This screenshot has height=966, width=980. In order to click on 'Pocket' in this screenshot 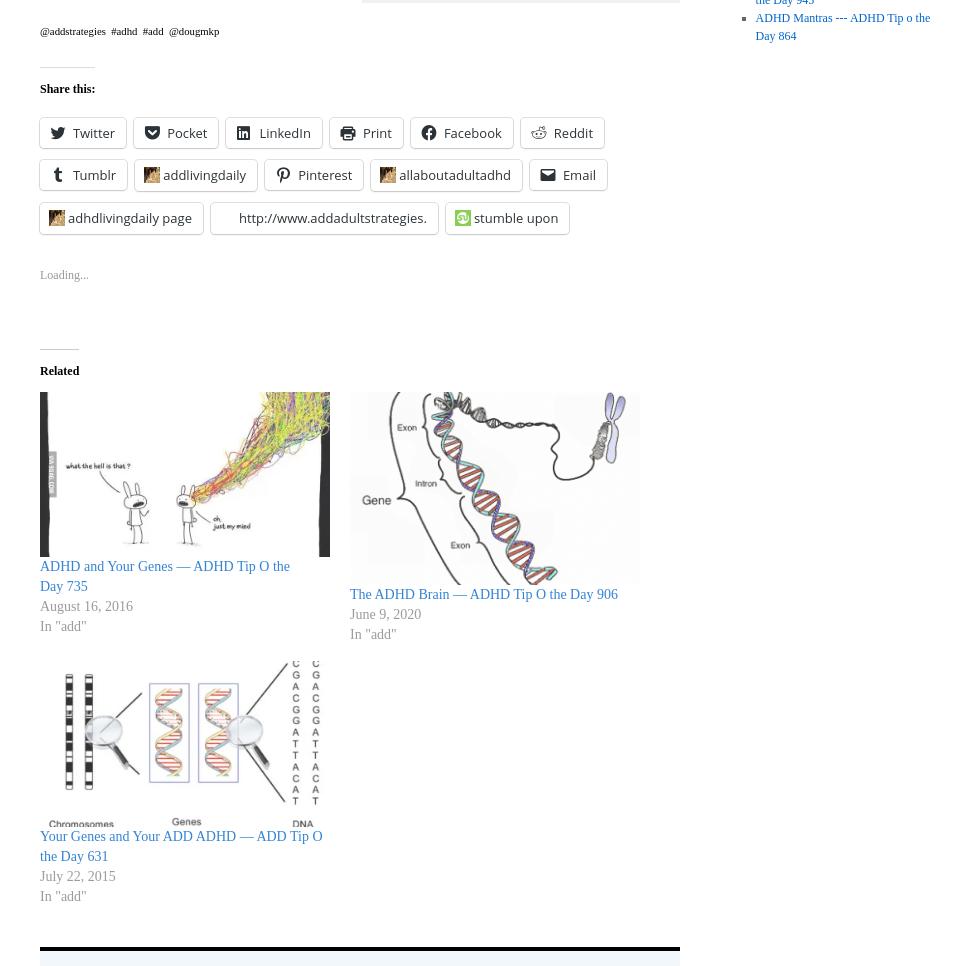, I will do `click(186, 131)`.